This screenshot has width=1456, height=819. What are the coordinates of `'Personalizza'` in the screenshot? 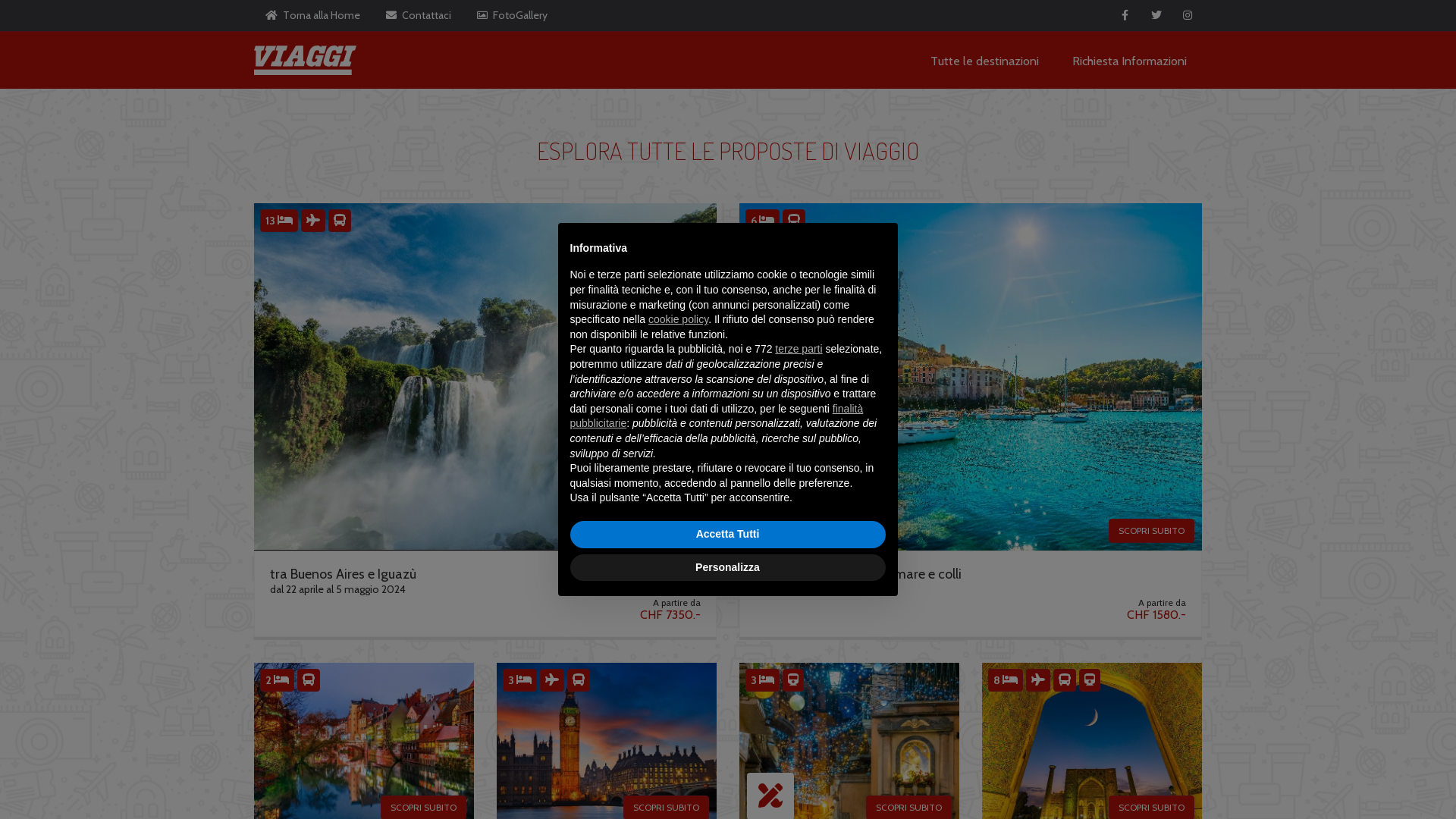 It's located at (728, 567).